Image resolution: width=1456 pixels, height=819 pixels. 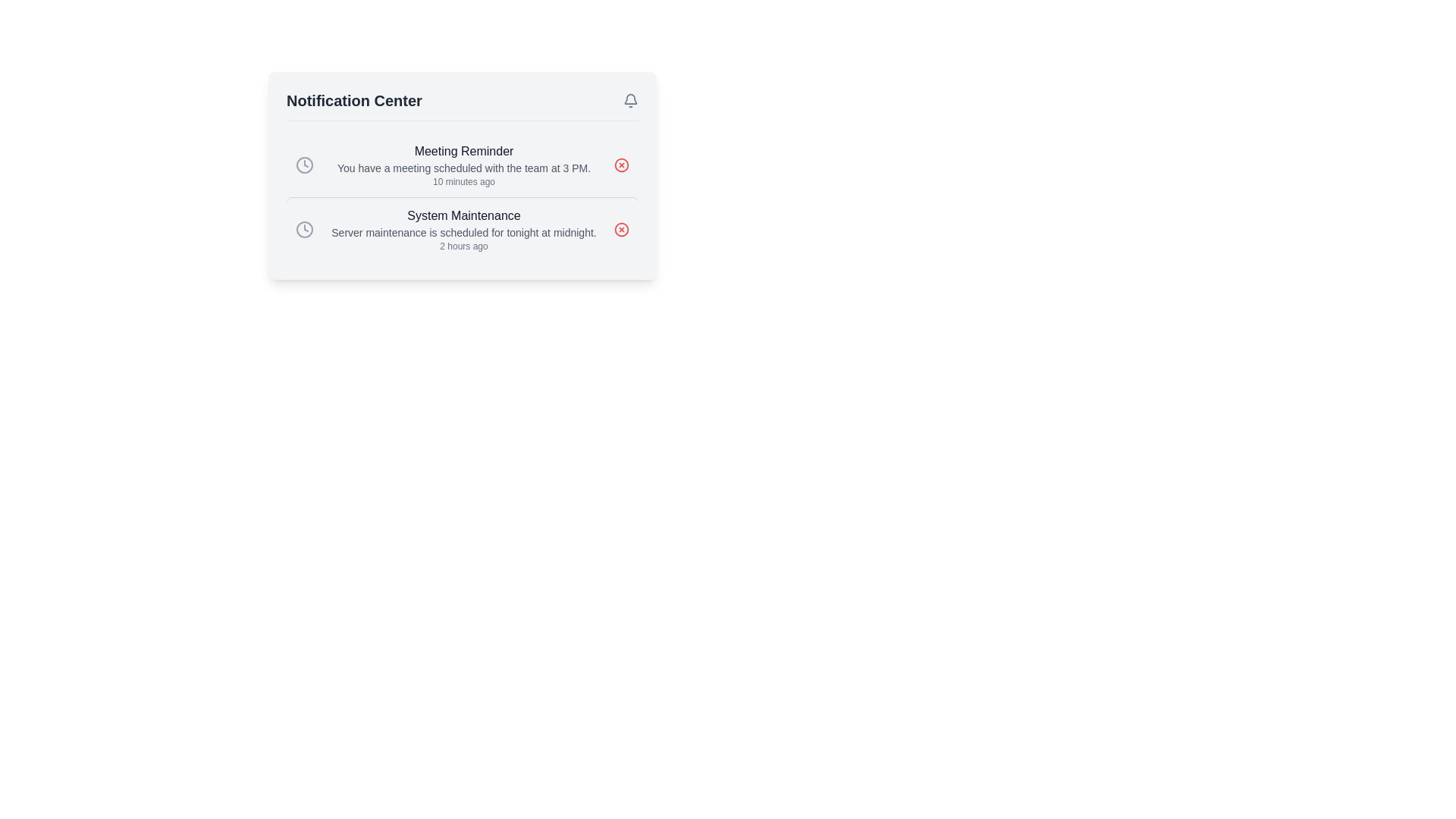 I want to click on the notification with the title 'System Maintenance' for further actions, so click(x=461, y=229).